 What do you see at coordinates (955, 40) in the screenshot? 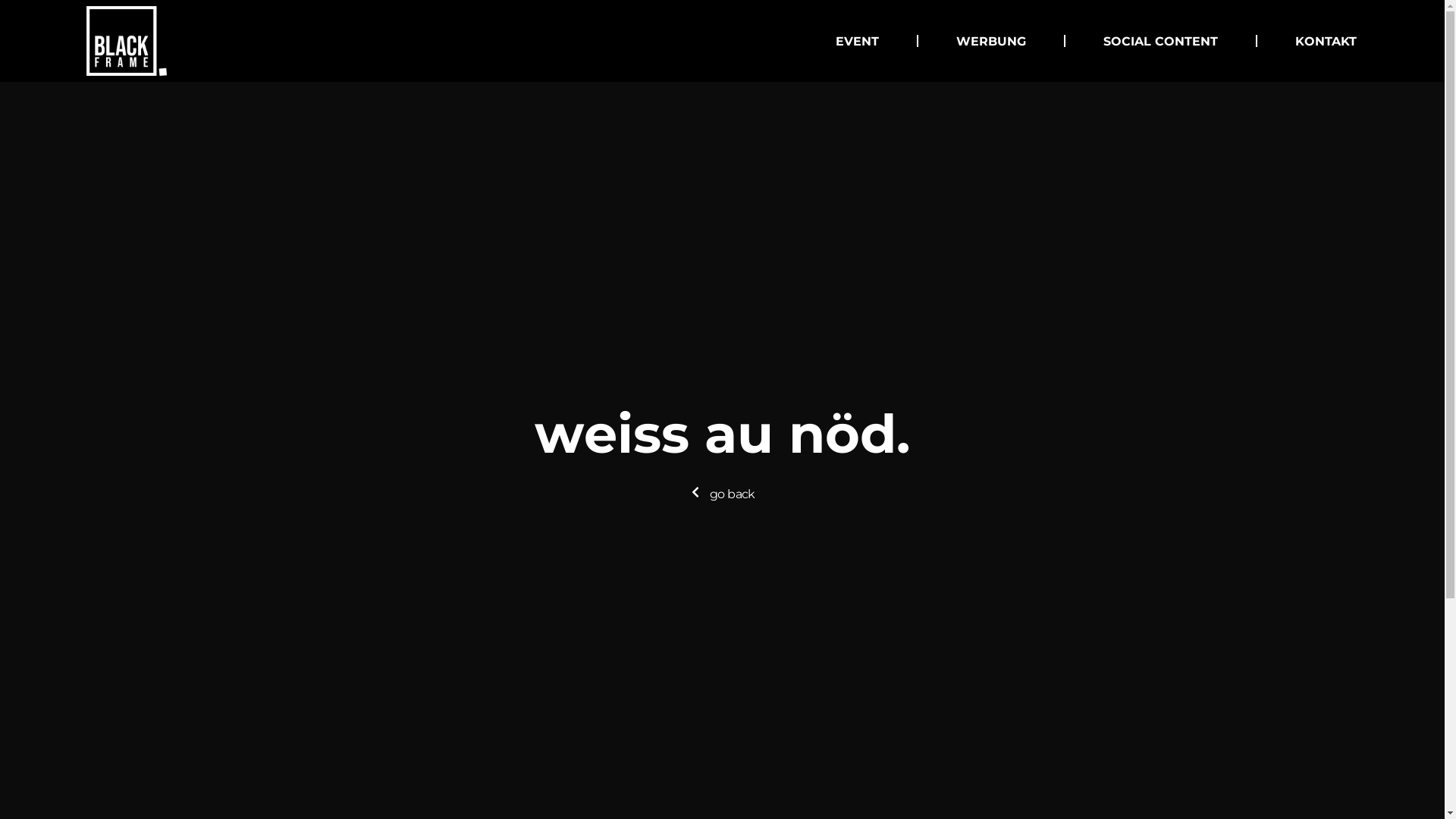
I see `'WERBUNG'` at bounding box center [955, 40].